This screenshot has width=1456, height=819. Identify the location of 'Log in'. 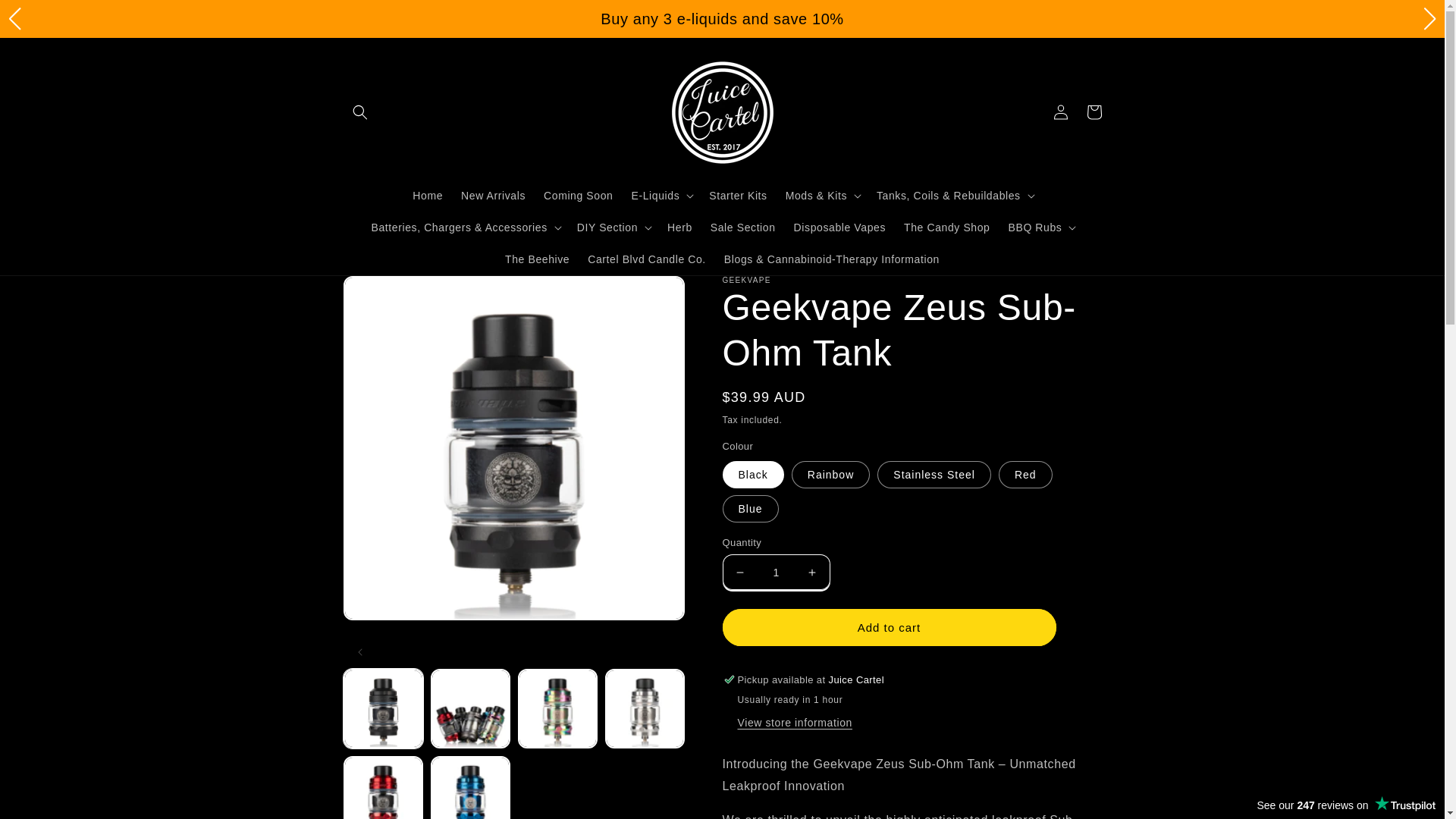
(1059, 111).